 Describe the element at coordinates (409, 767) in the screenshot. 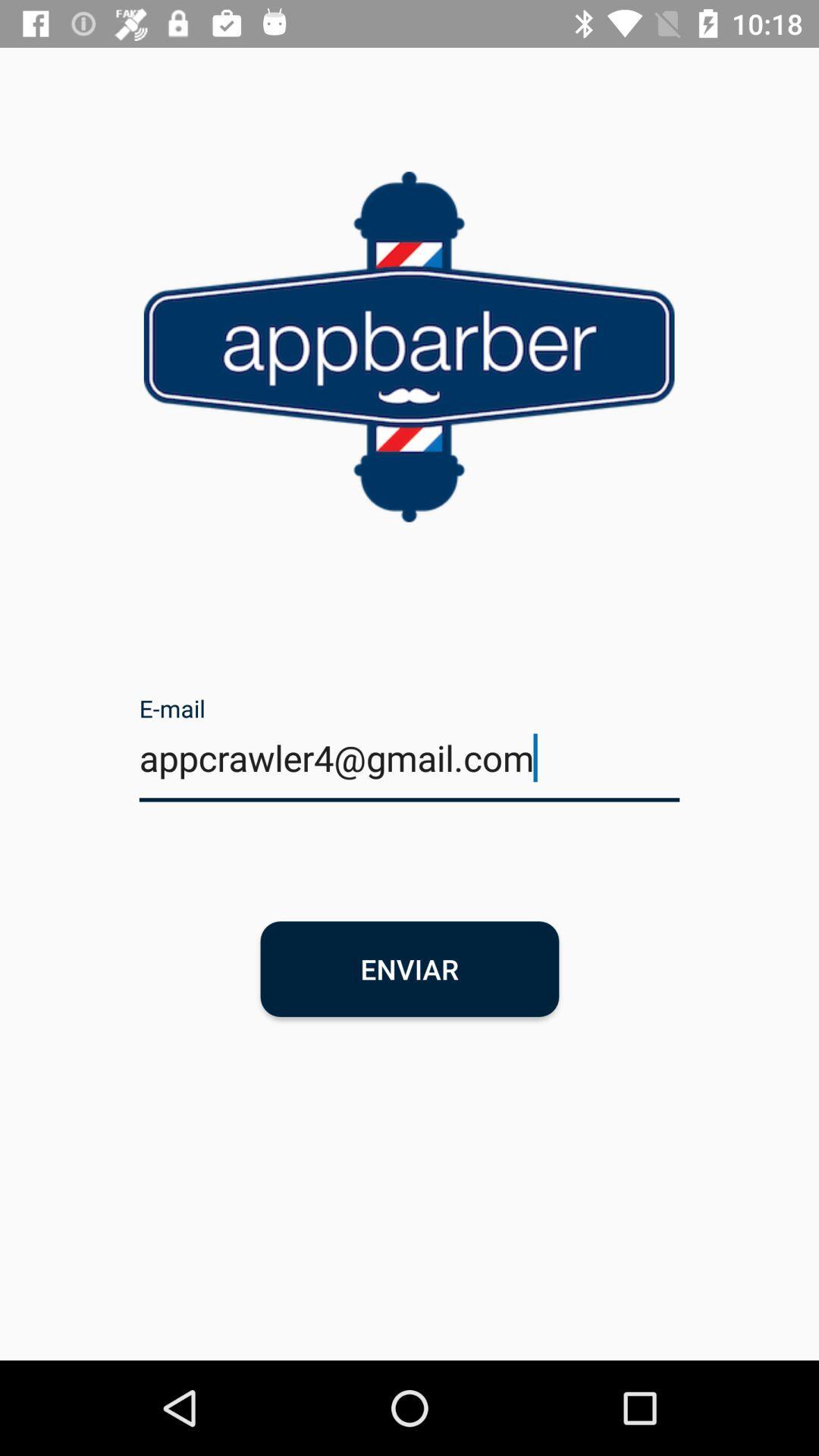

I see `the appcrawler4@gmail.com item` at that location.